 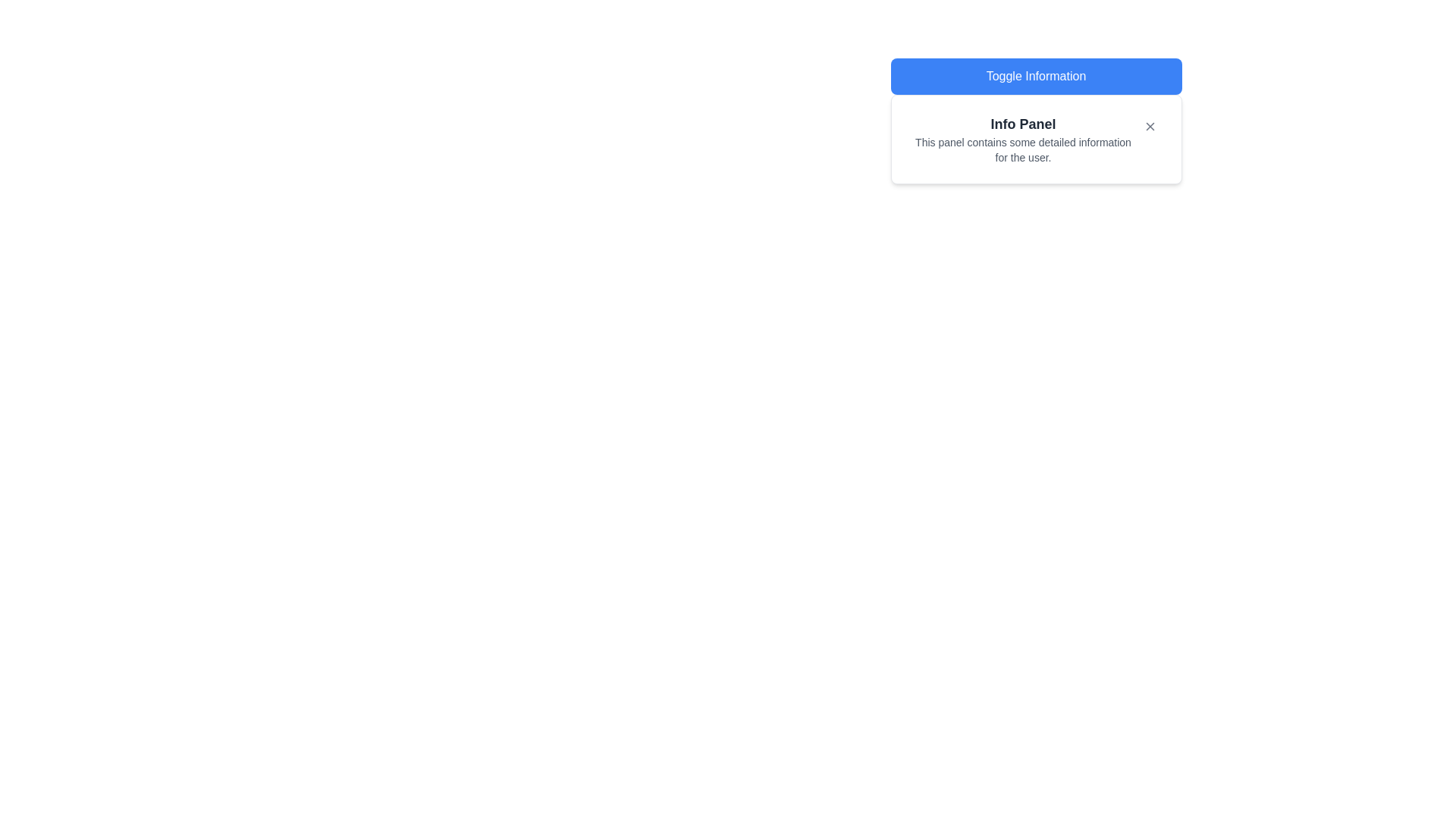 I want to click on the toggle button that shows or hides the 'Info Panel' to change its background color, so click(x=1035, y=76).